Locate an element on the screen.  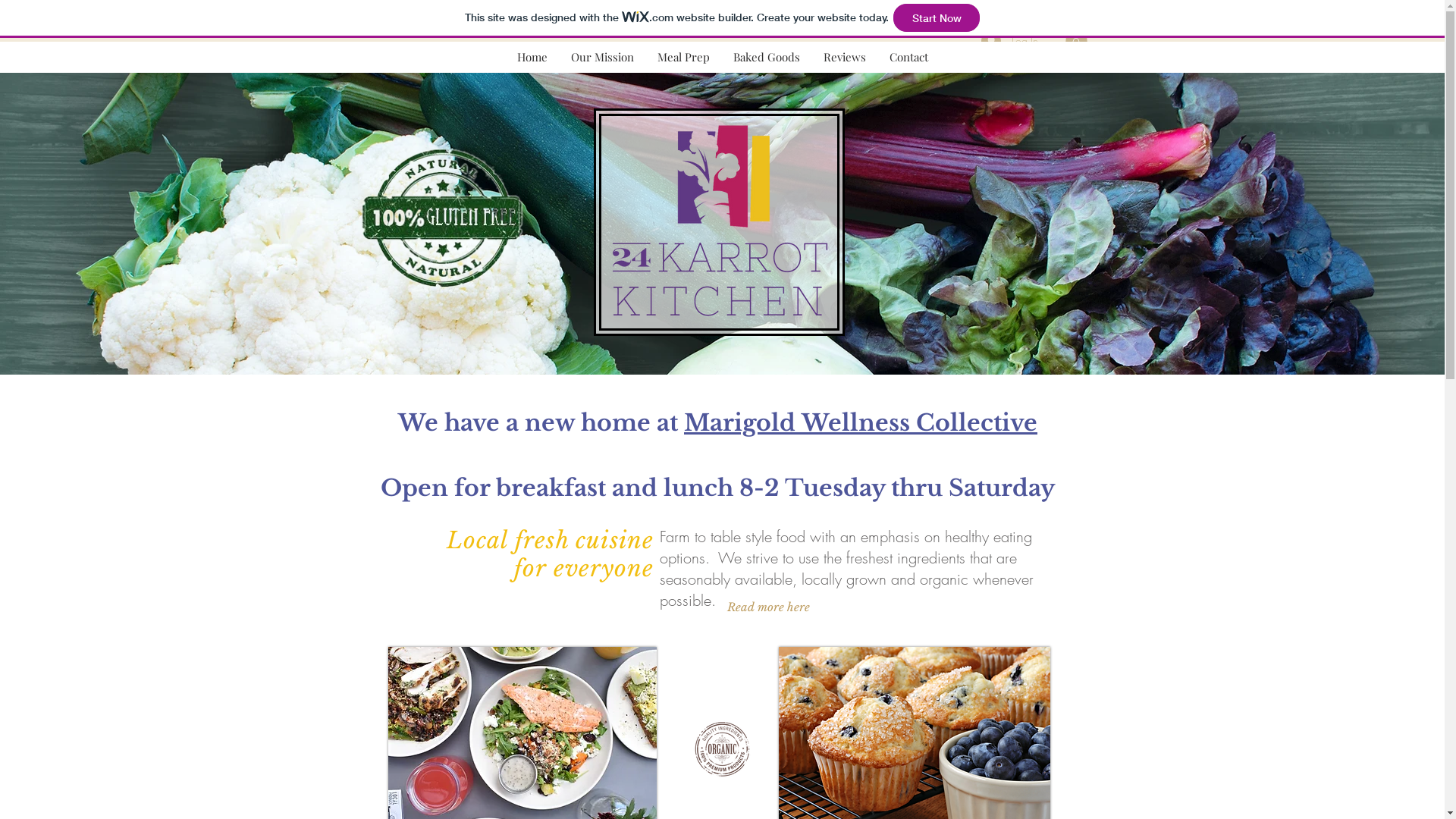
'Log In' is located at coordinates (1009, 39).